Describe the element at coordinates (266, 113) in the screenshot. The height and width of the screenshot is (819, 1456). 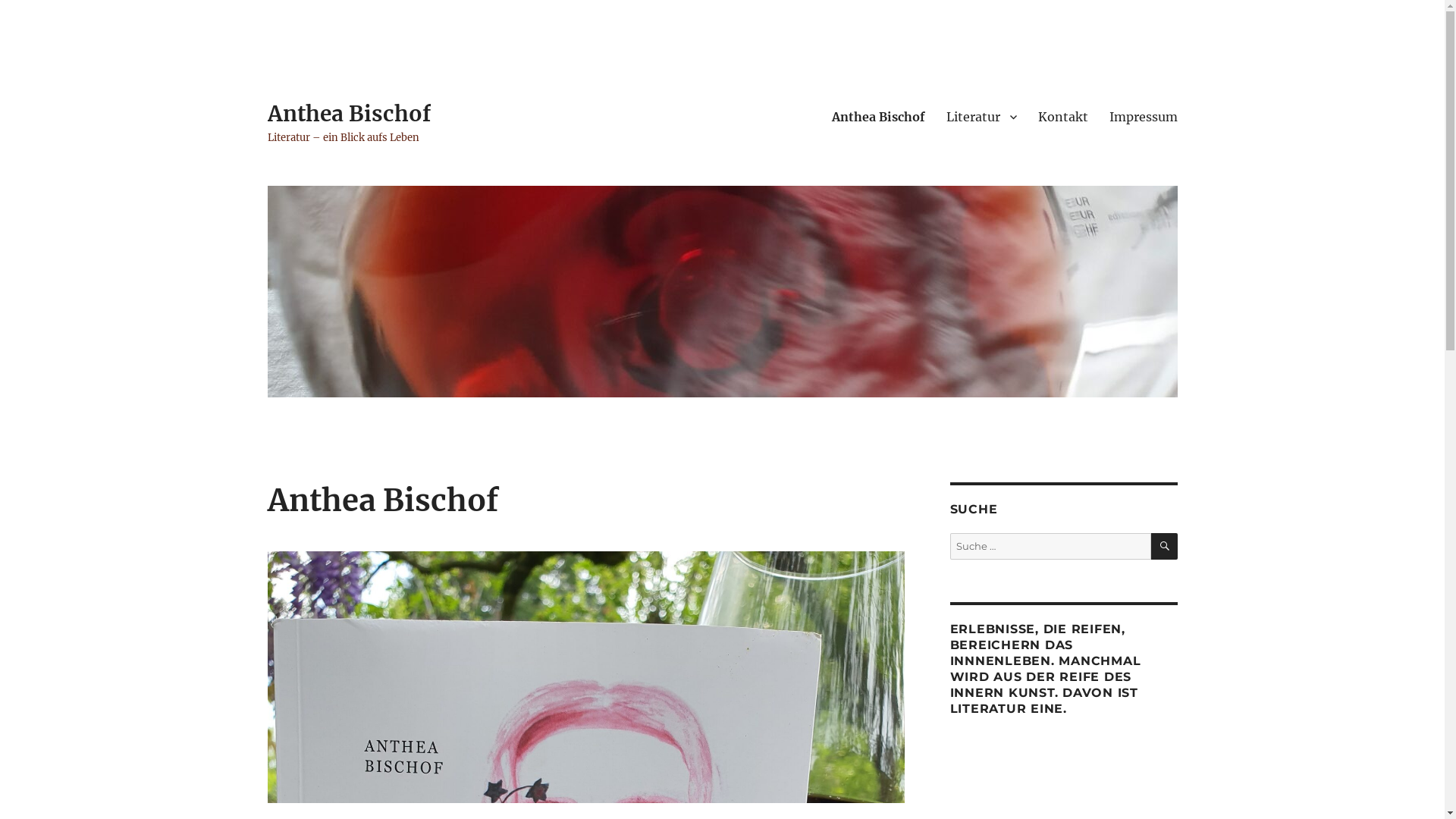
I see `'Anthea Bischof'` at that location.